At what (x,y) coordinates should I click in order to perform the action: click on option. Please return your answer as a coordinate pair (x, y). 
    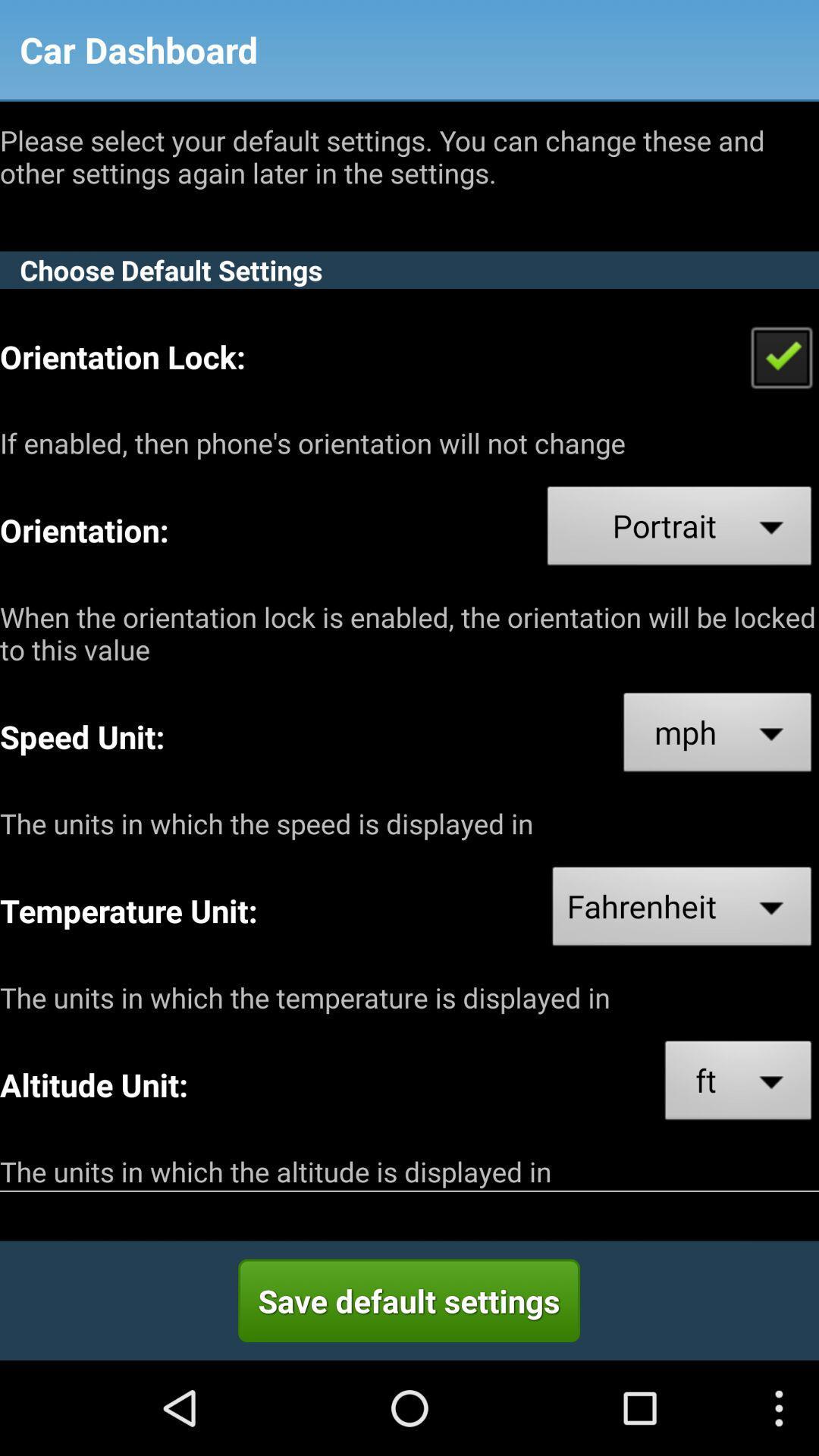
    Looking at the image, I should click on (781, 356).